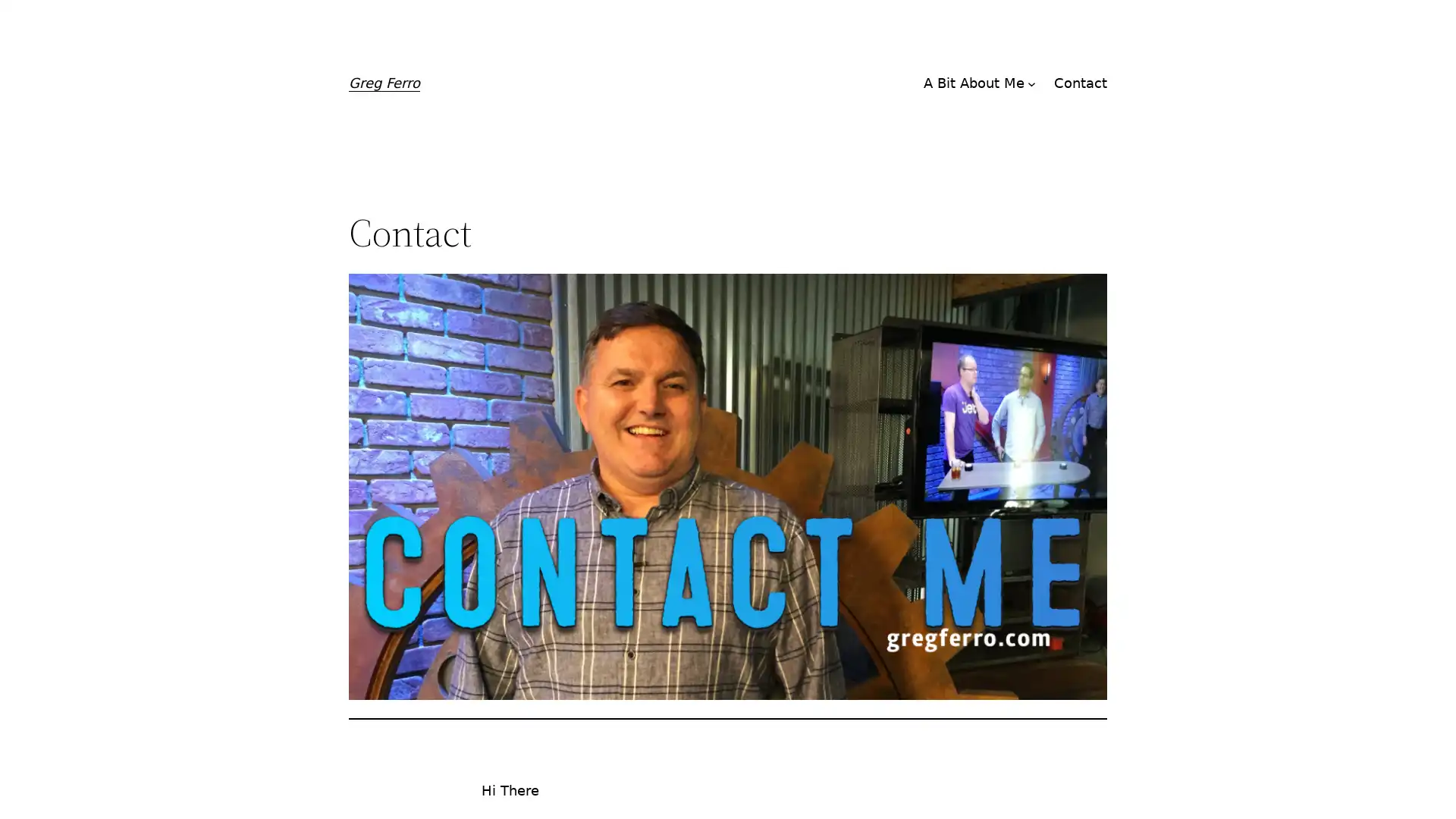 The image size is (1456, 819). I want to click on A Bit About Me submenu, so click(1031, 83).